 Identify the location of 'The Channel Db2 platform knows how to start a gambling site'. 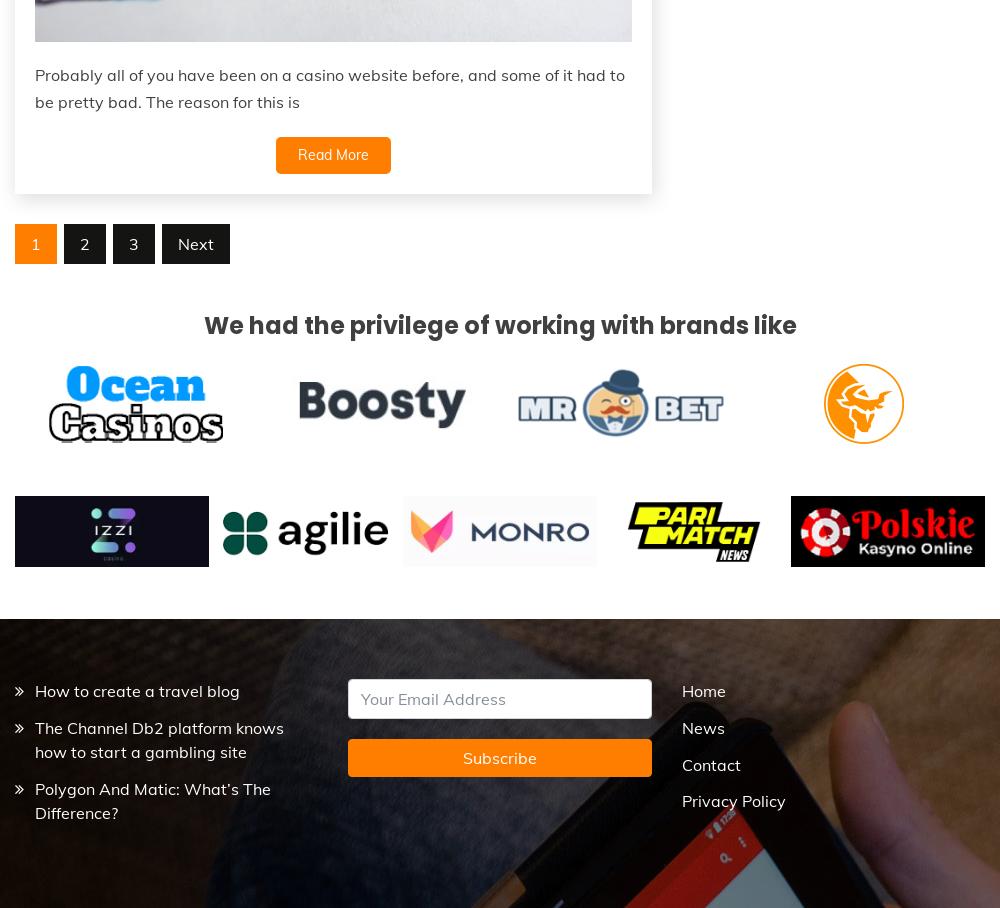
(159, 739).